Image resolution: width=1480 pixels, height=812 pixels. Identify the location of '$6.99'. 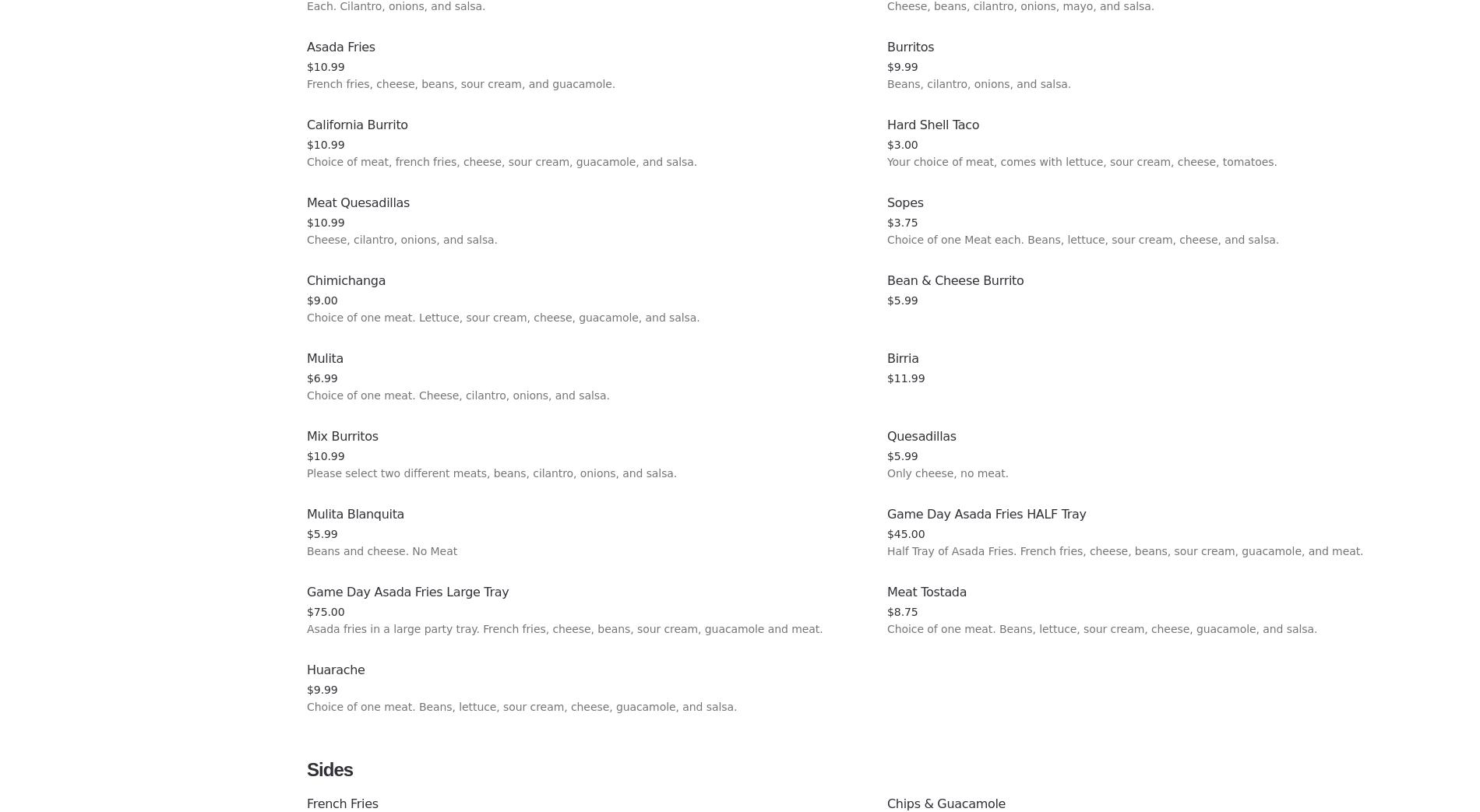
(321, 378).